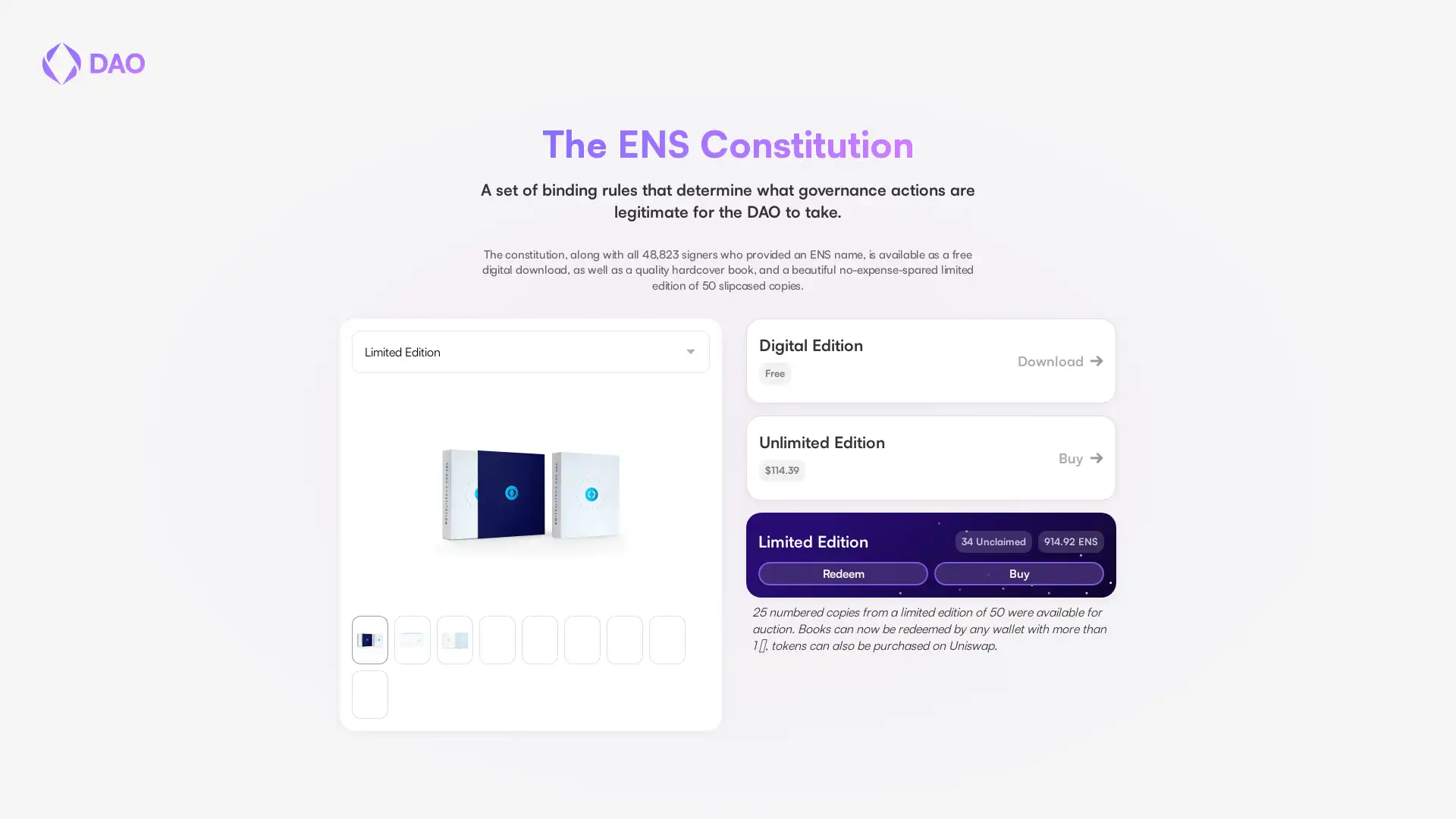 This screenshot has height=819, width=1456. Describe the element at coordinates (625, 639) in the screenshot. I see `Limited edition page example 5` at that location.